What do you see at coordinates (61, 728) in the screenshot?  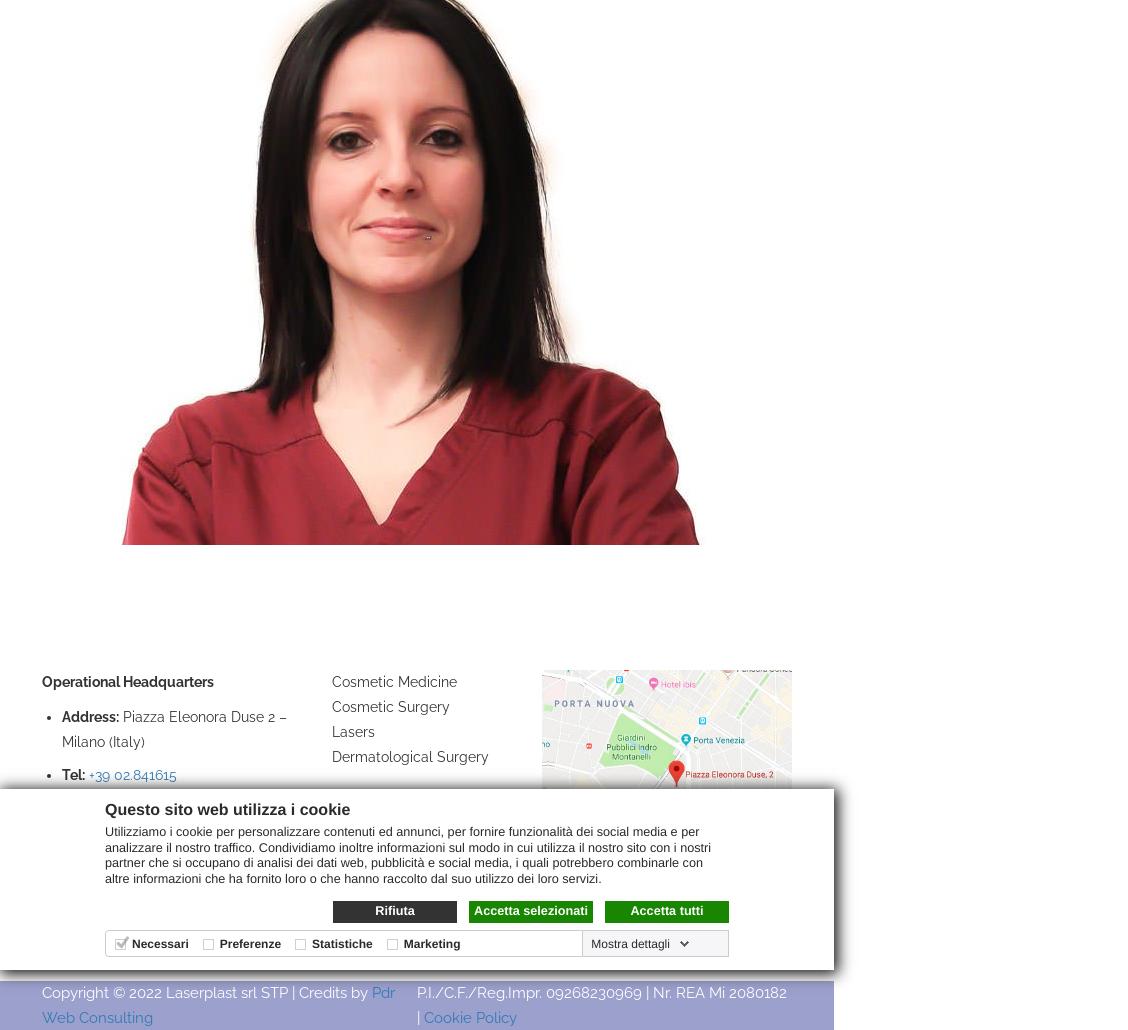 I see `'Piazza Eleonora Duse 2 – Milano (Italy)'` at bounding box center [61, 728].